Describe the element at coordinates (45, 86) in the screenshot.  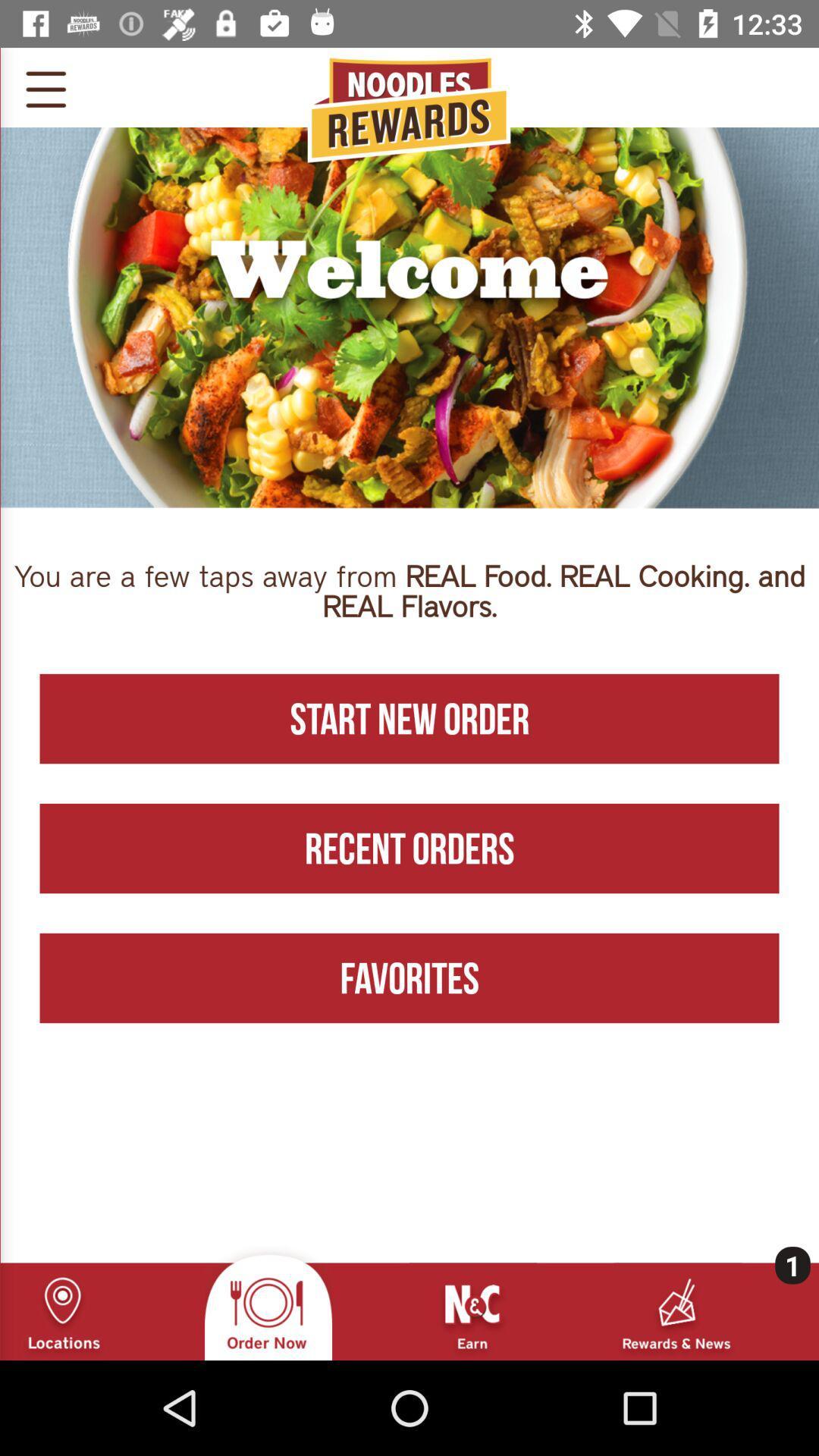
I see `share the article` at that location.